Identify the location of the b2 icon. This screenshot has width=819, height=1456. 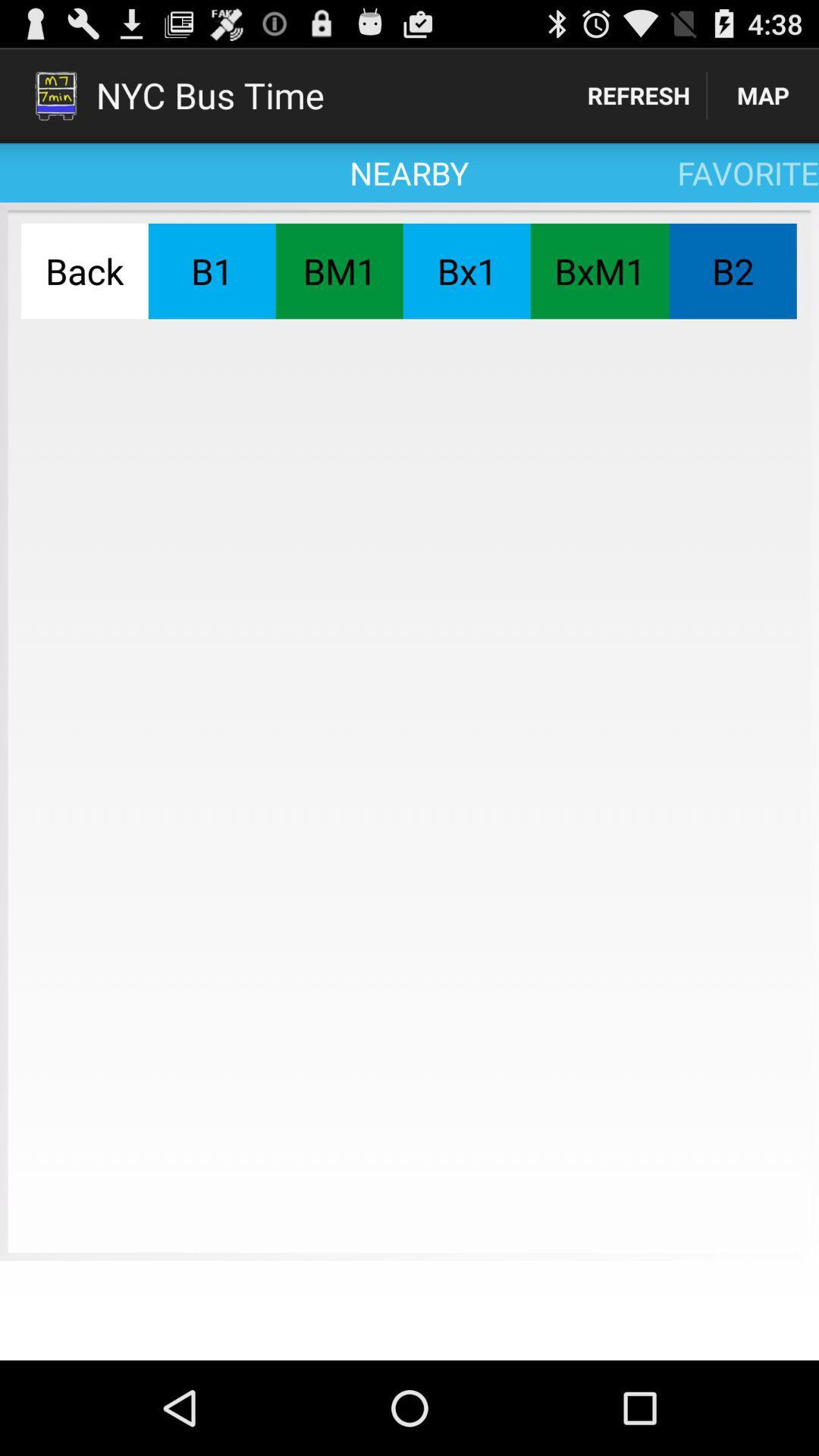
(732, 271).